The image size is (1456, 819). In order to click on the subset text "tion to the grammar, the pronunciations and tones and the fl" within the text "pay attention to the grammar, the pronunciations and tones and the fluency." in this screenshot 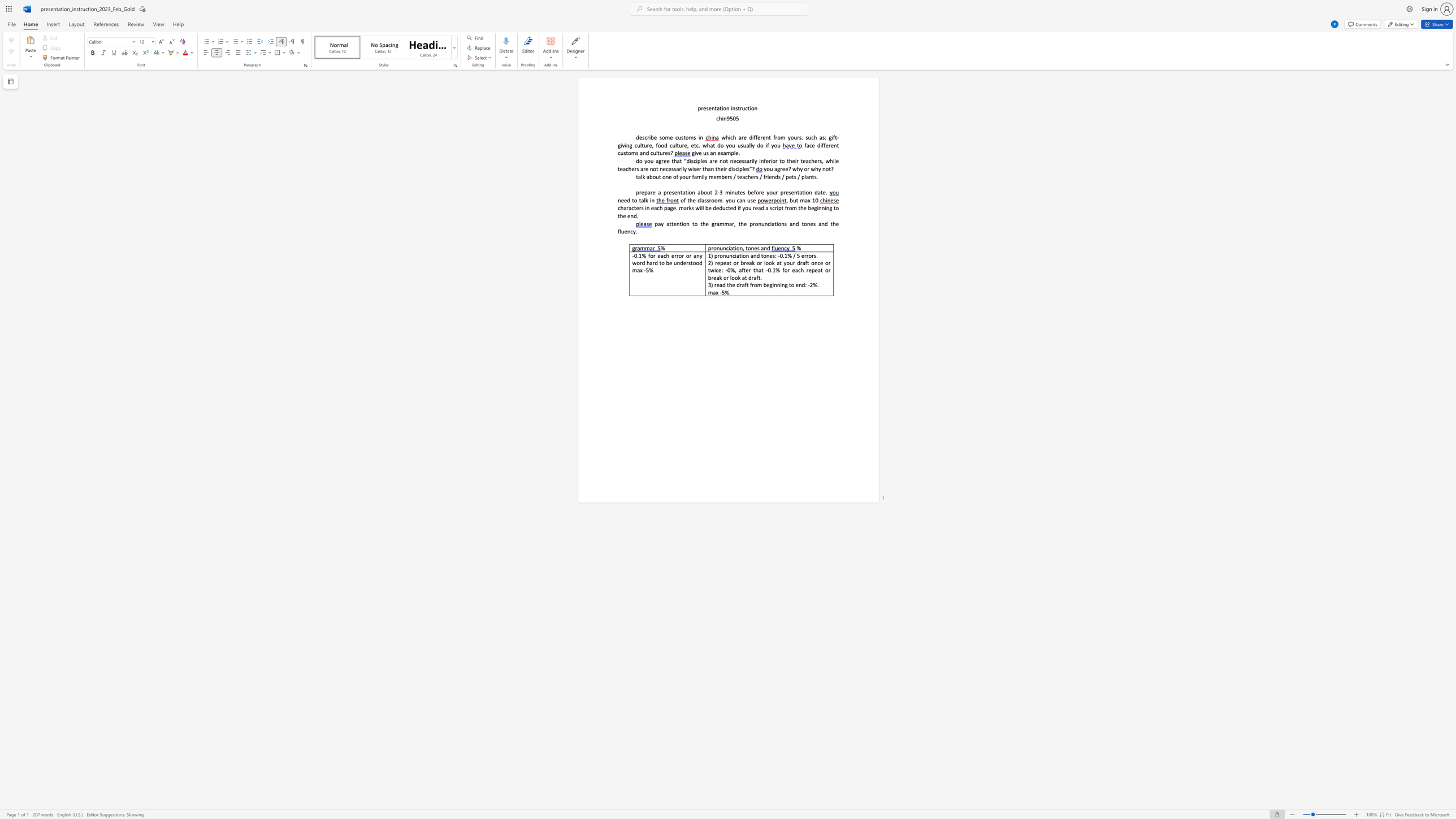, I will do `click(679, 223)`.